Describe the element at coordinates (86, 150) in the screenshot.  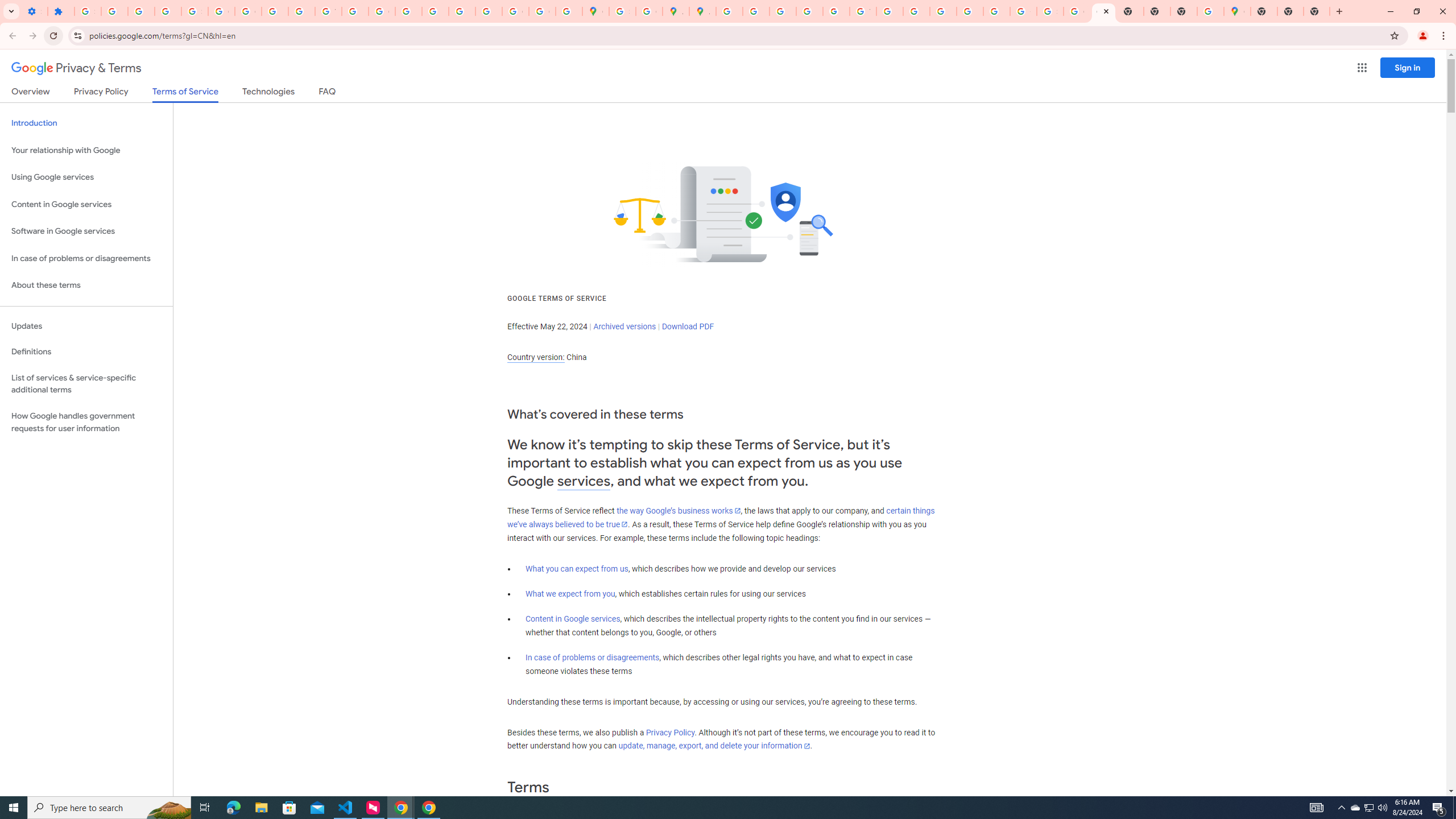
I see `'Your relationship with Google'` at that location.